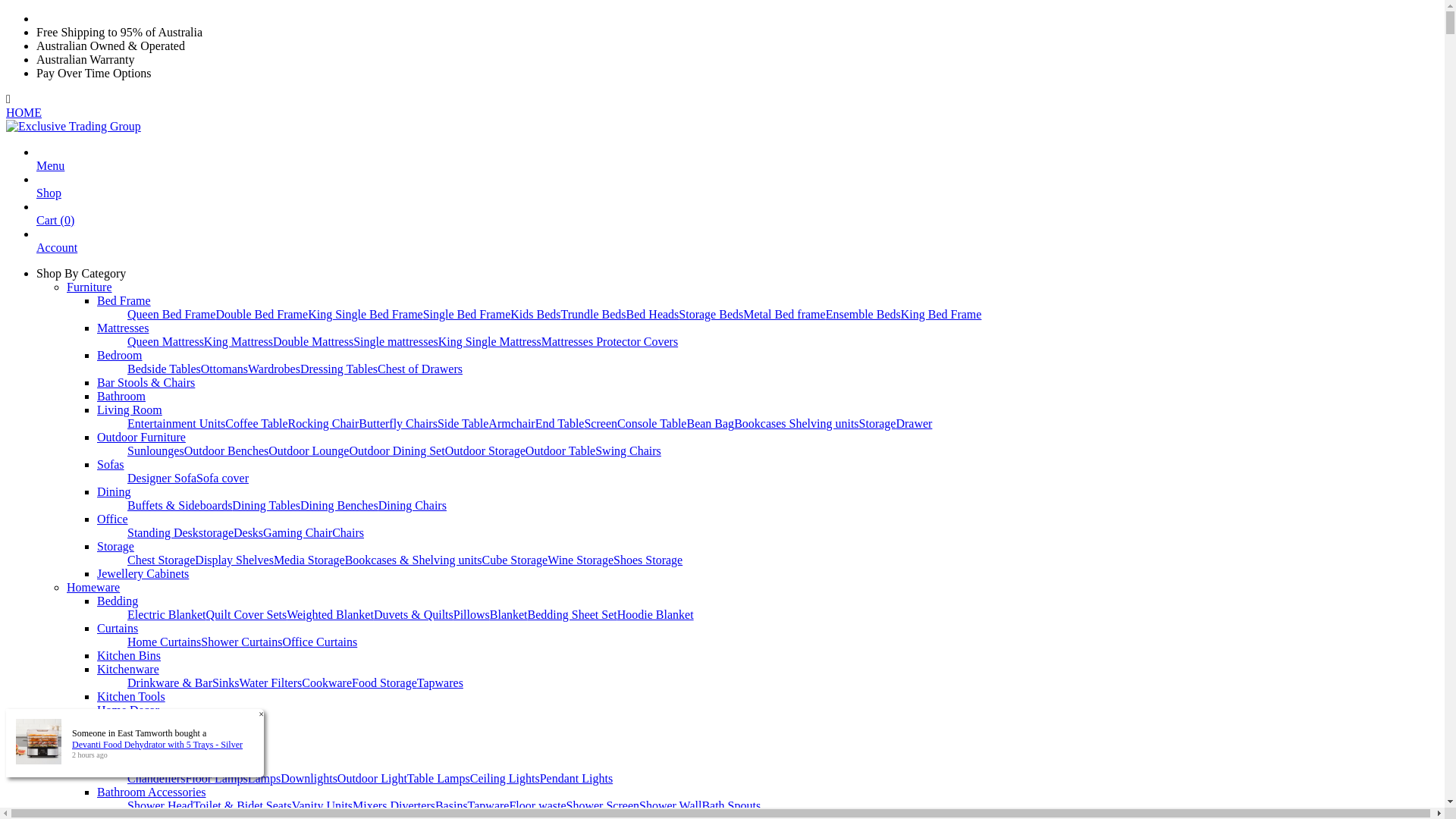  I want to click on 'Butterfly Chairs', so click(397, 423).